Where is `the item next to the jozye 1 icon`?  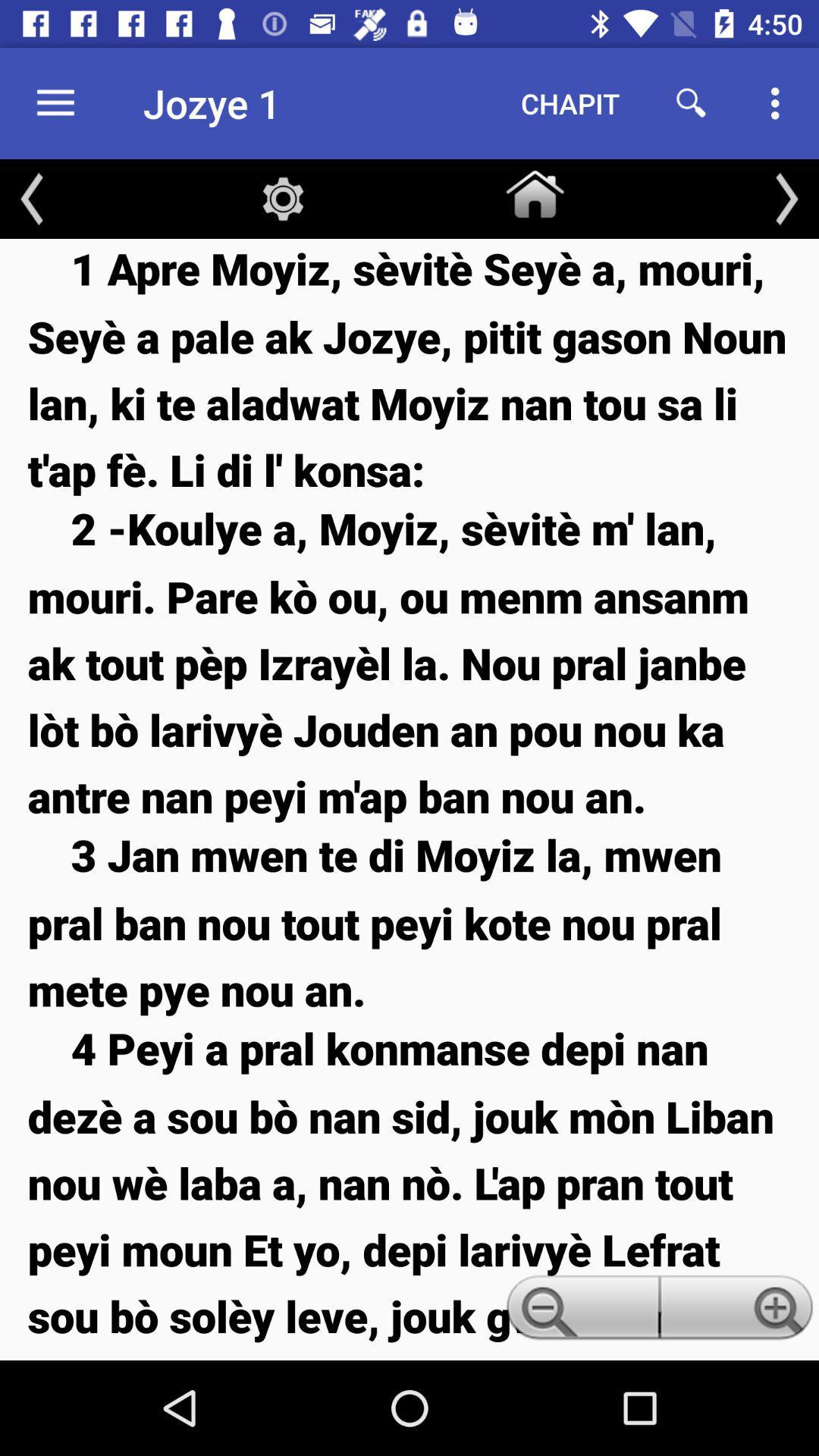
the item next to the jozye 1 icon is located at coordinates (570, 102).